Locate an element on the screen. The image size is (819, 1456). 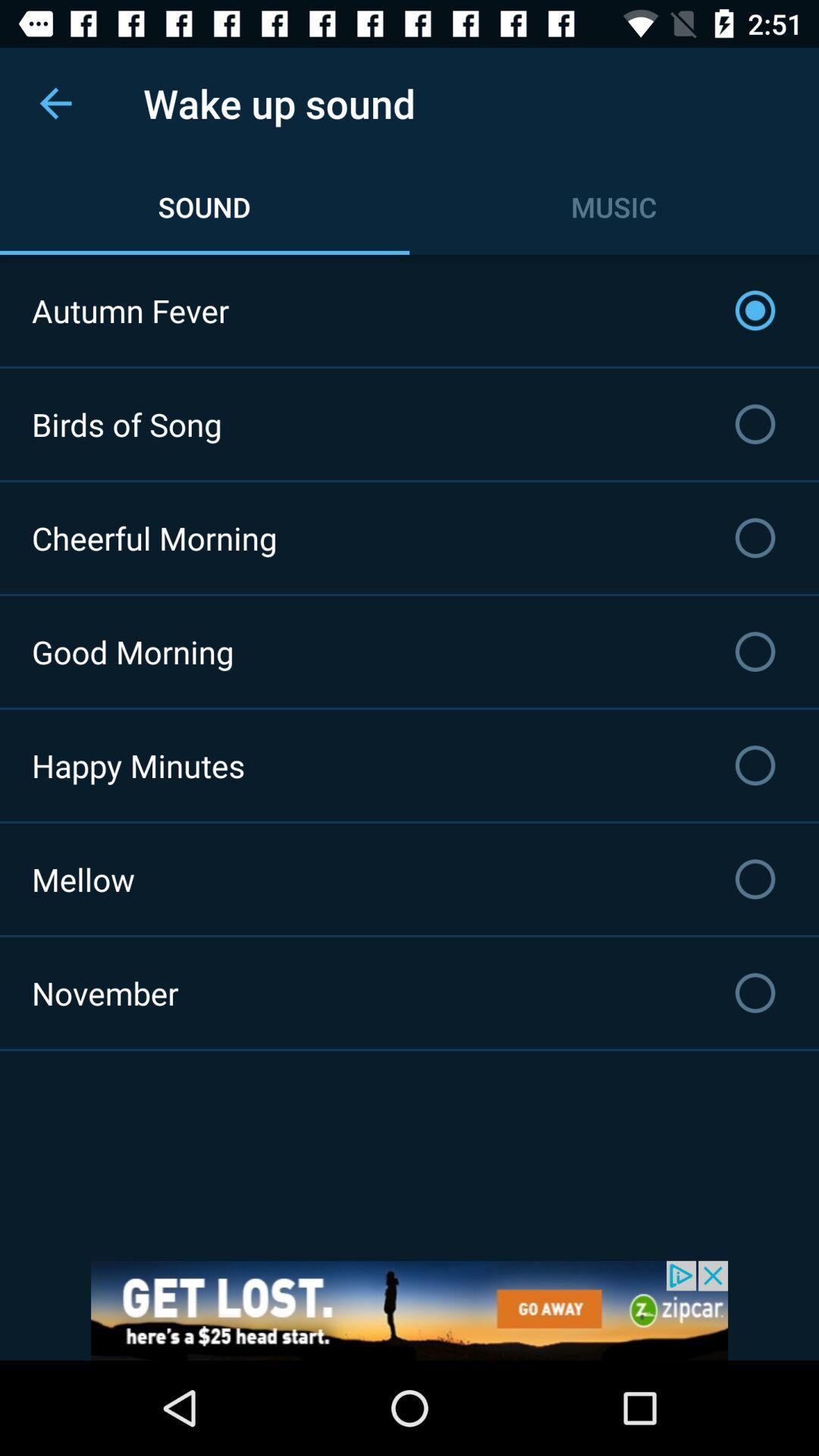
advertisement get lost is located at coordinates (409, 1310).